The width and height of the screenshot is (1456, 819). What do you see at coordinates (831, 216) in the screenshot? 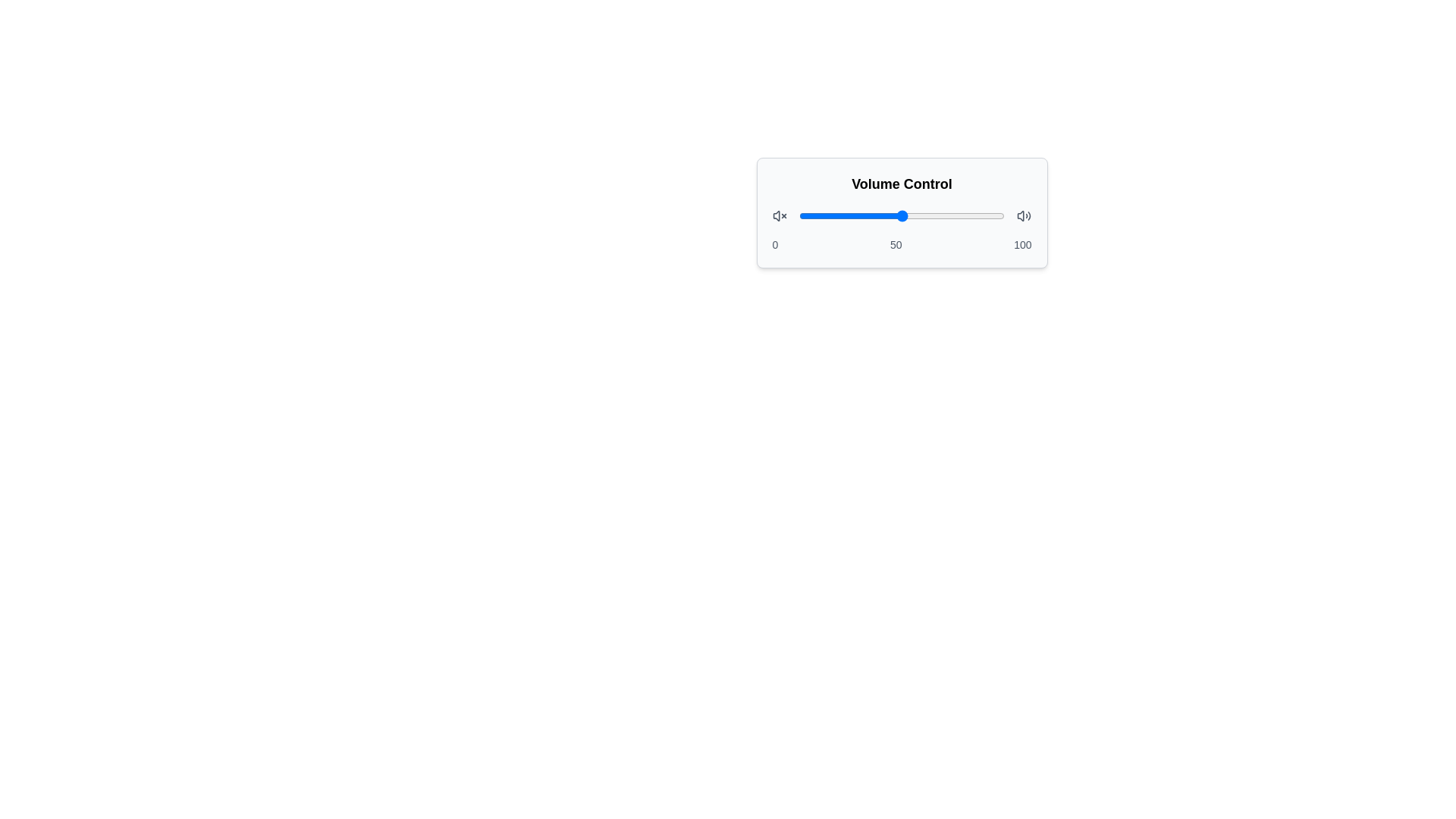
I see `the slider to set the volume to 16` at bounding box center [831, 216].